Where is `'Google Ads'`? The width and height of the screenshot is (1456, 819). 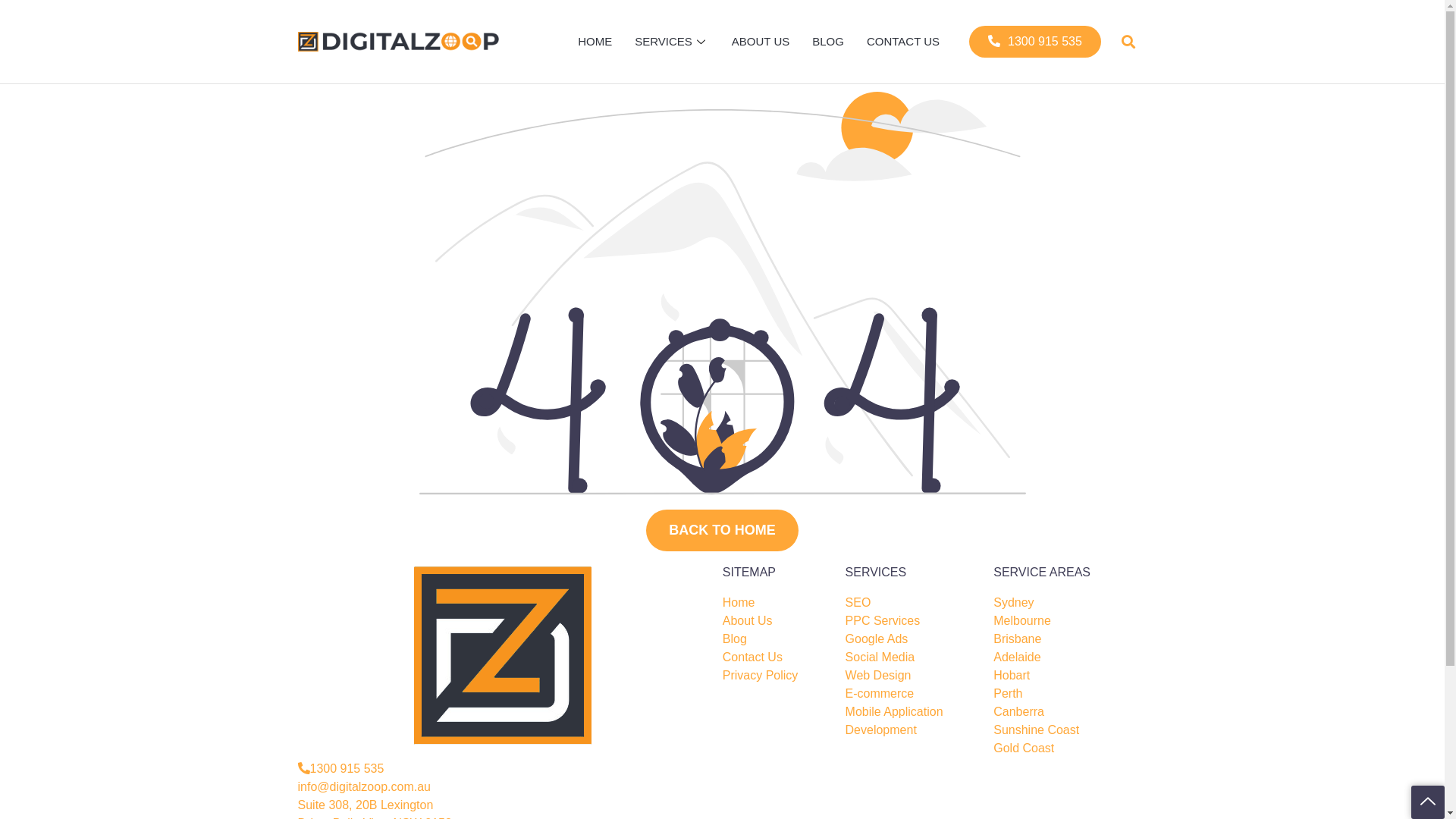 'Google Ads' is located at coordinates (877, 639).